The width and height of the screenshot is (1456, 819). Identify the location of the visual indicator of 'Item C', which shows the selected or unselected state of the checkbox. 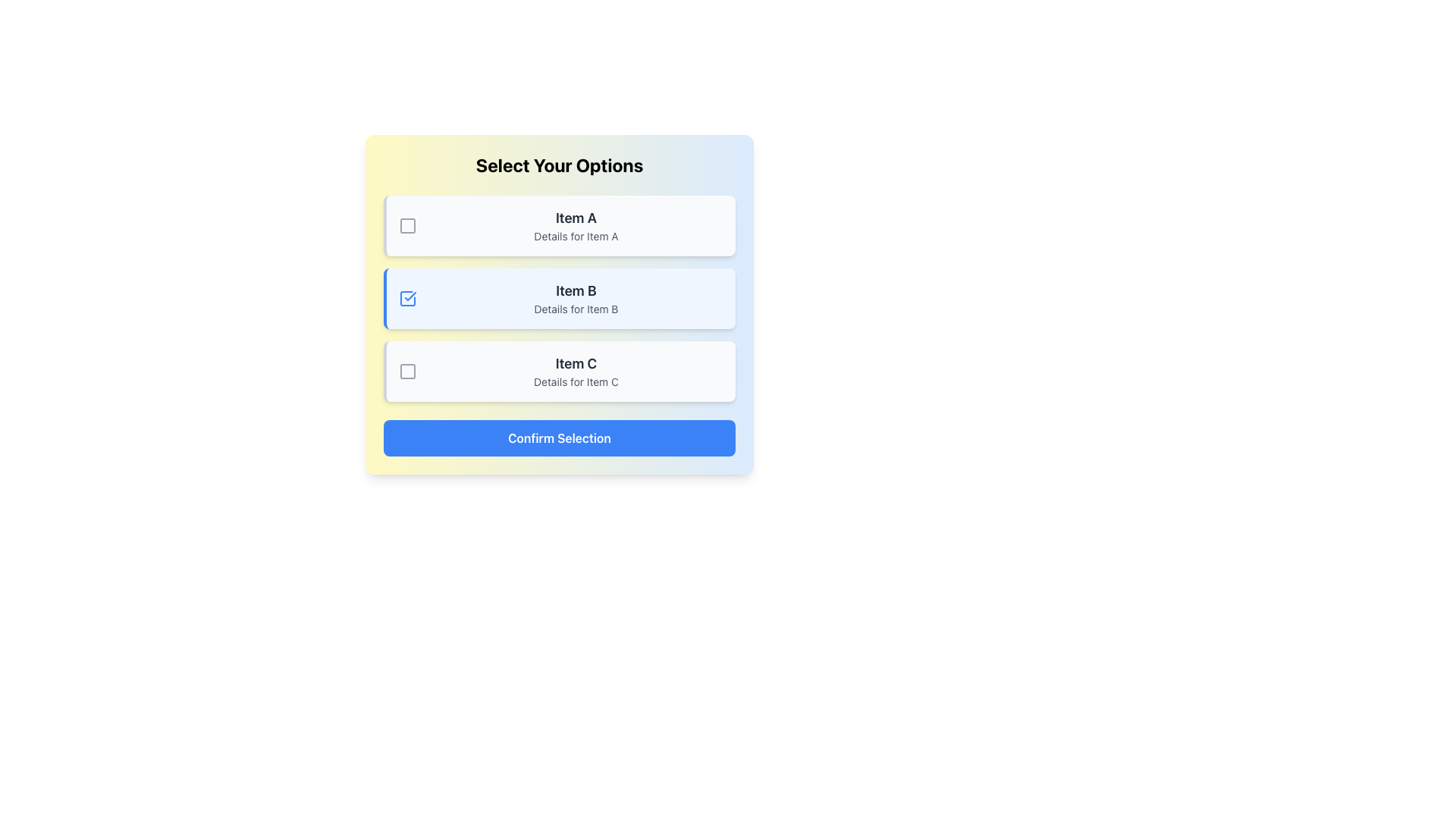
(407, 371).